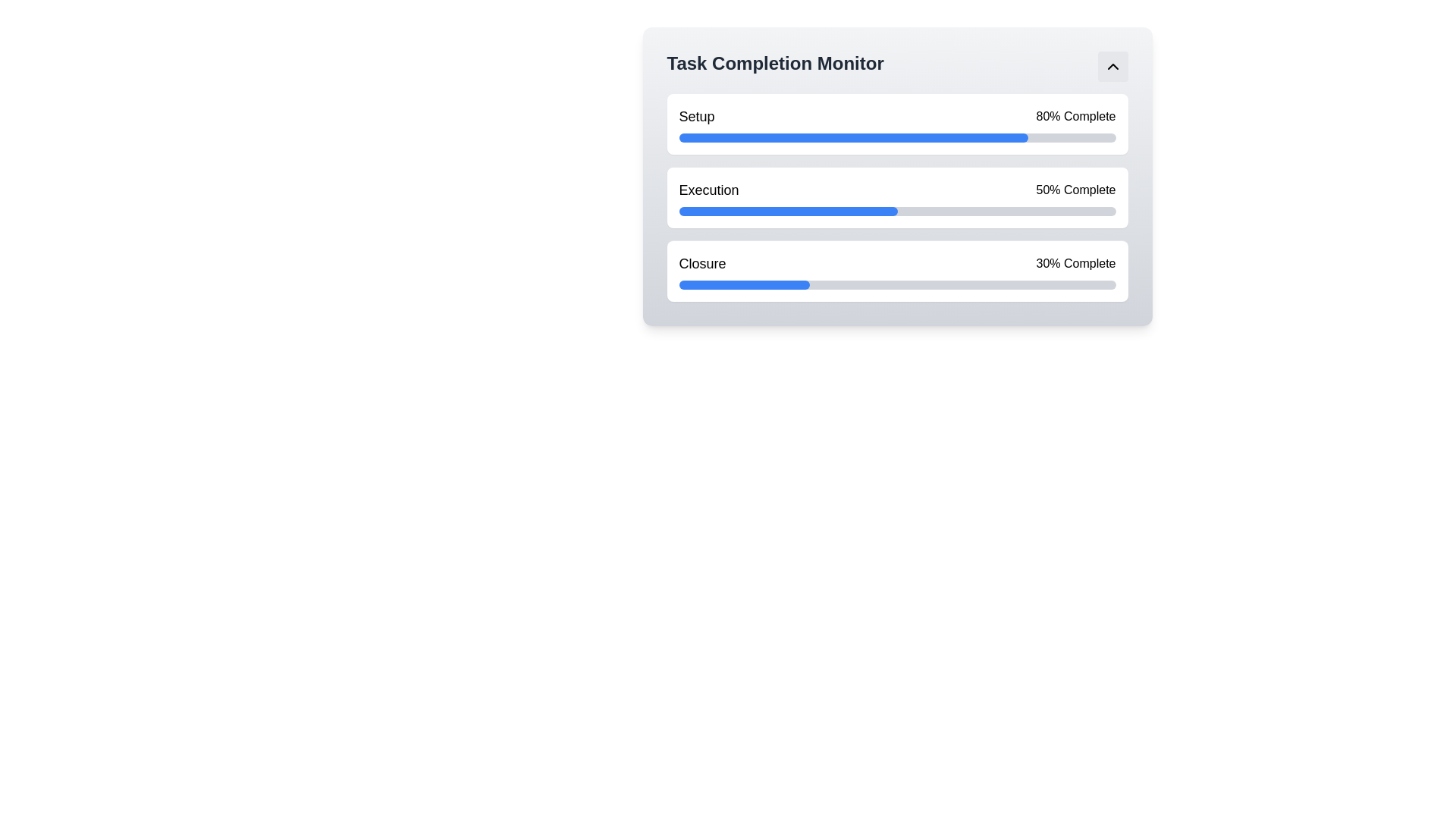 The width and height of the screenshot is (1456, 819). What do you see at coordinates (853, 137) in the screenshot?
I see `the filled portion of the progress bar indicating 80% completion for the 'Setup' task in the 'Task Completion Monitor' panel` at bounding box center [853, 137].